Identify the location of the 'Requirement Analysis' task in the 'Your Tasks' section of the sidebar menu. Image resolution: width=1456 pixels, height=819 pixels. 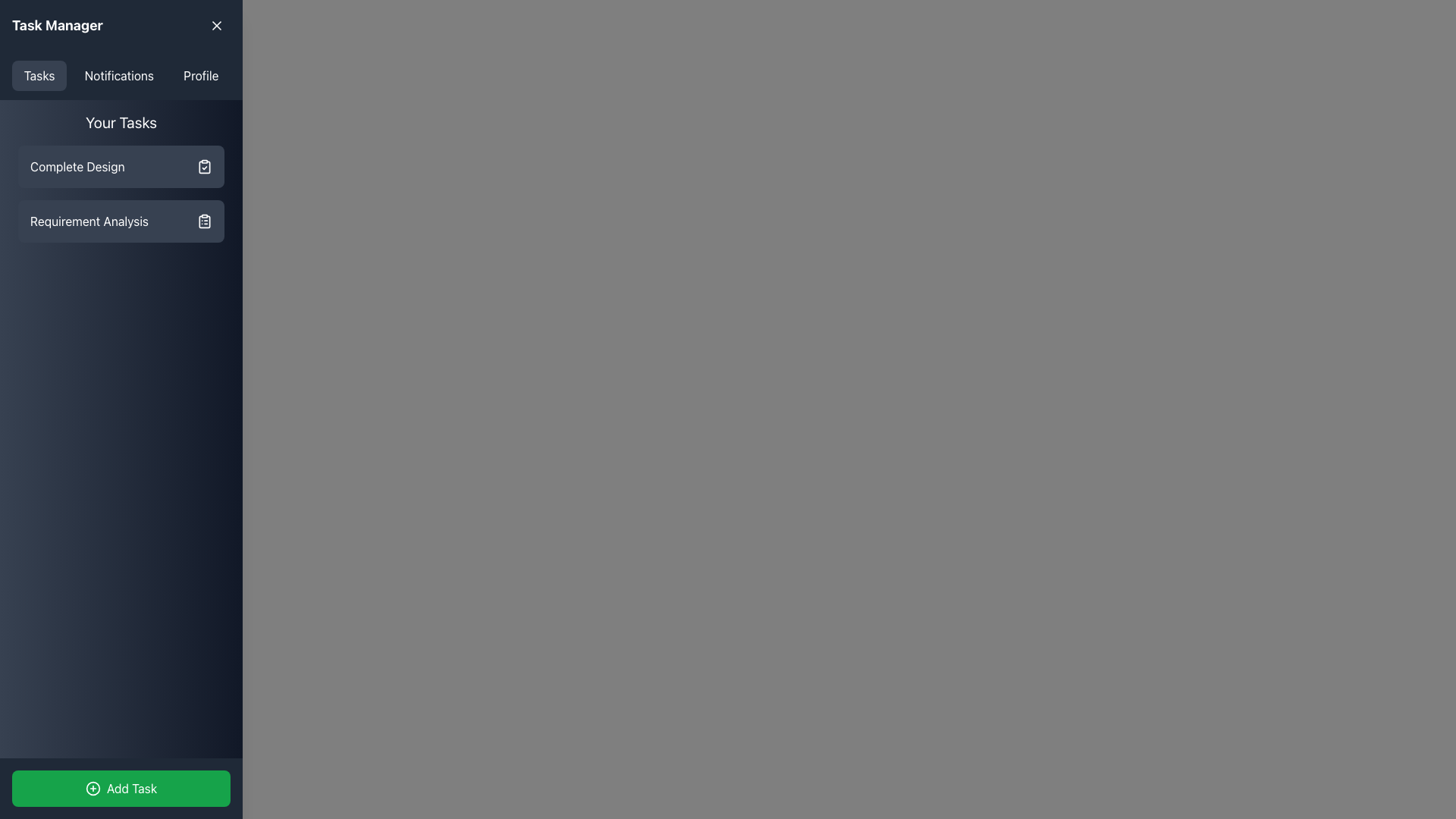
(120, 221).